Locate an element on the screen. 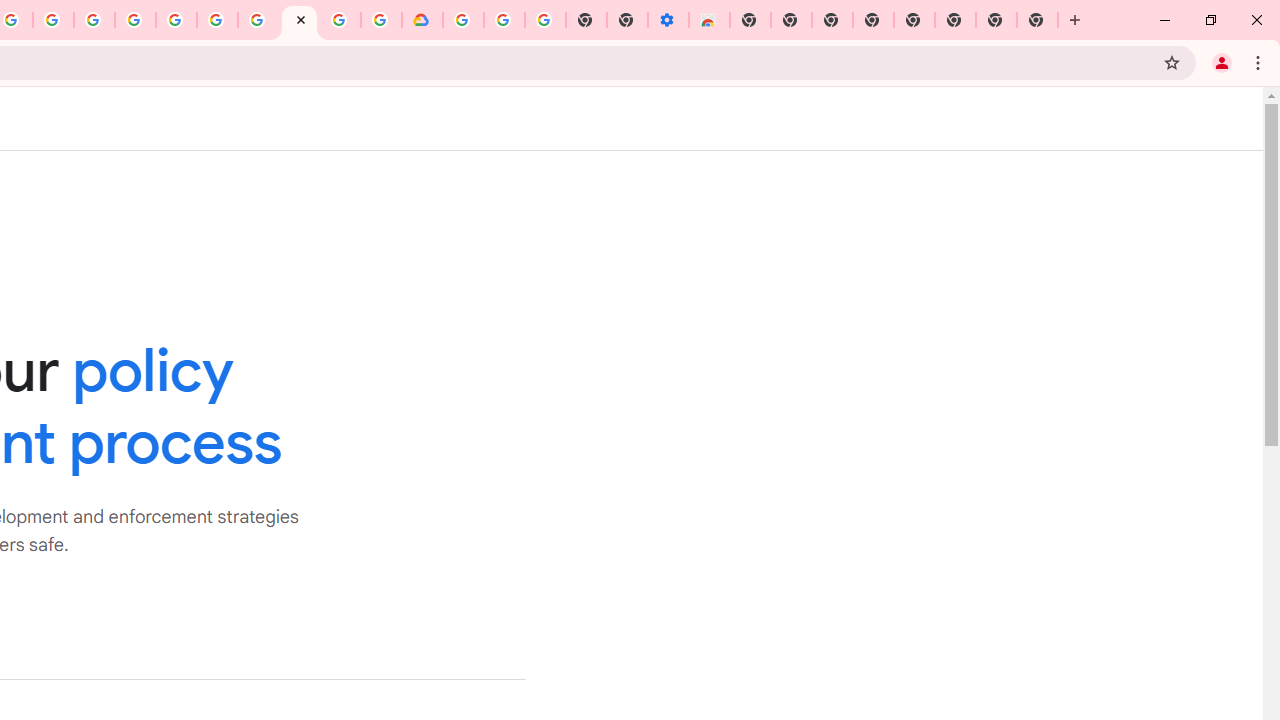 This screenshot has width=1280, height=720. 'Chrome Web Store - Accessibility extensions' is located at coordinates (709, 20).